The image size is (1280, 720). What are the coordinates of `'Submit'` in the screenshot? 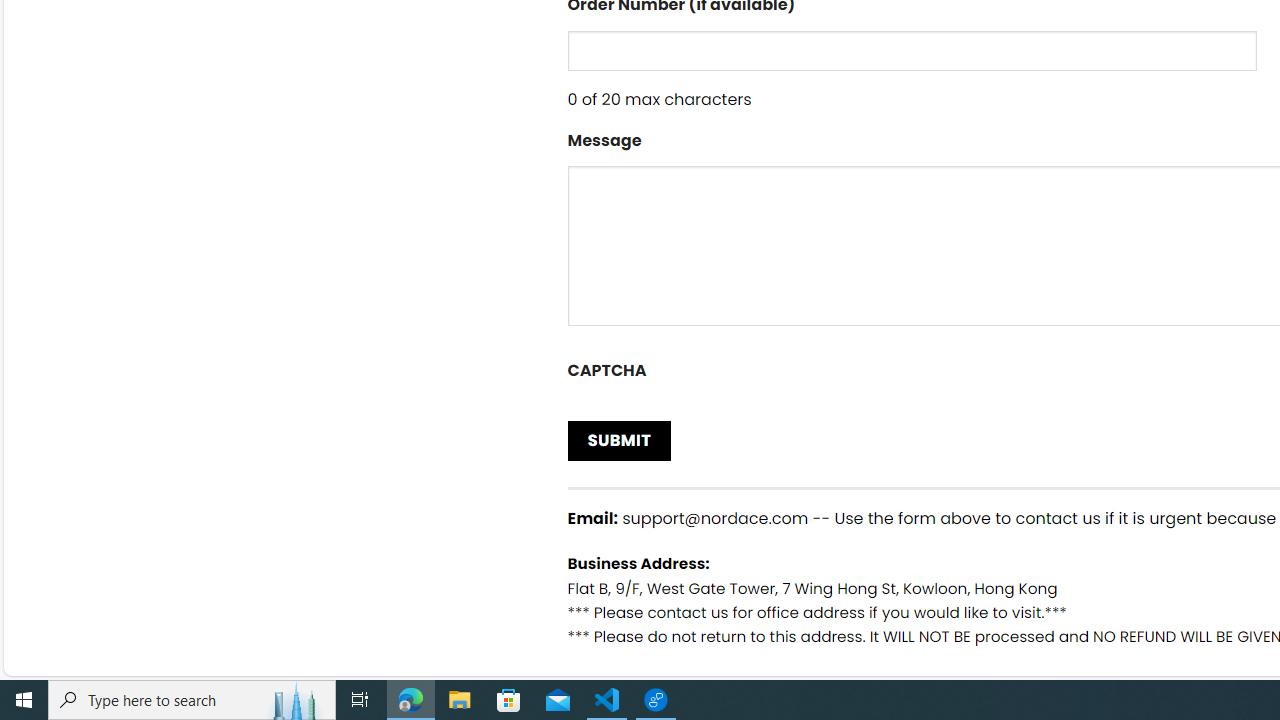 It's located at (618, 439).